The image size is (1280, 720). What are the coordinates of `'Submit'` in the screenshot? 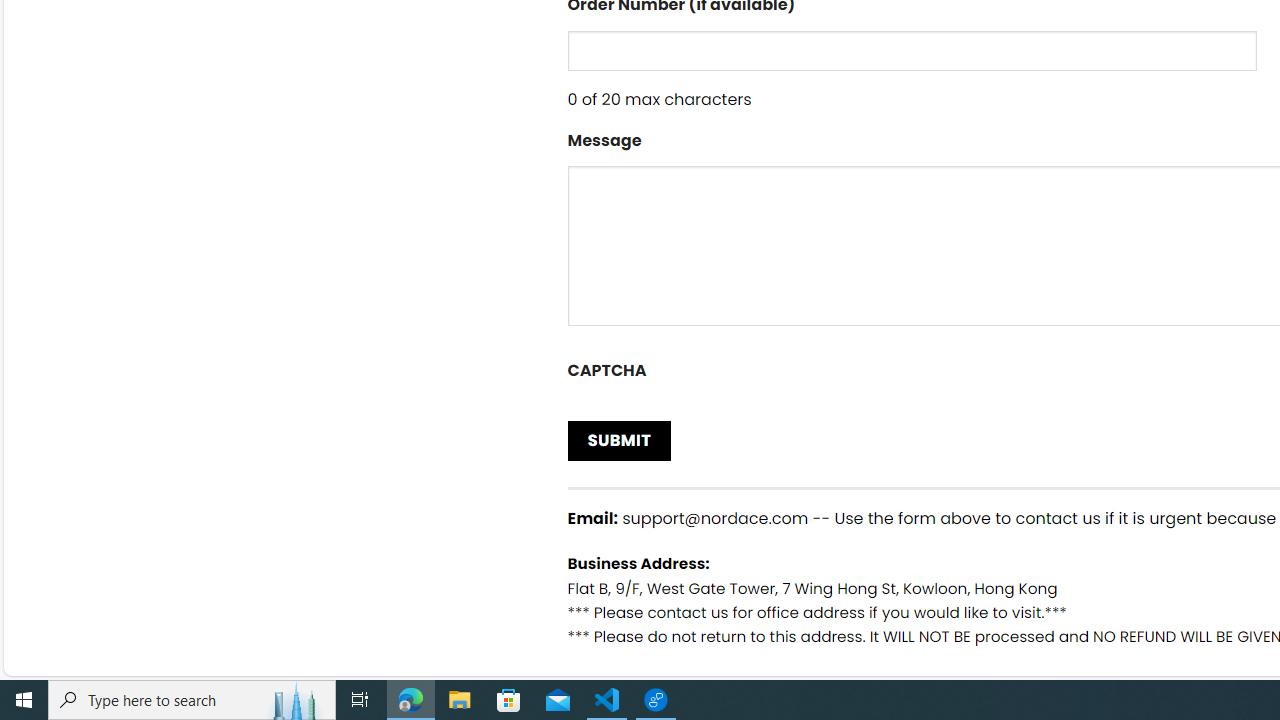 It's located at (618, 439).